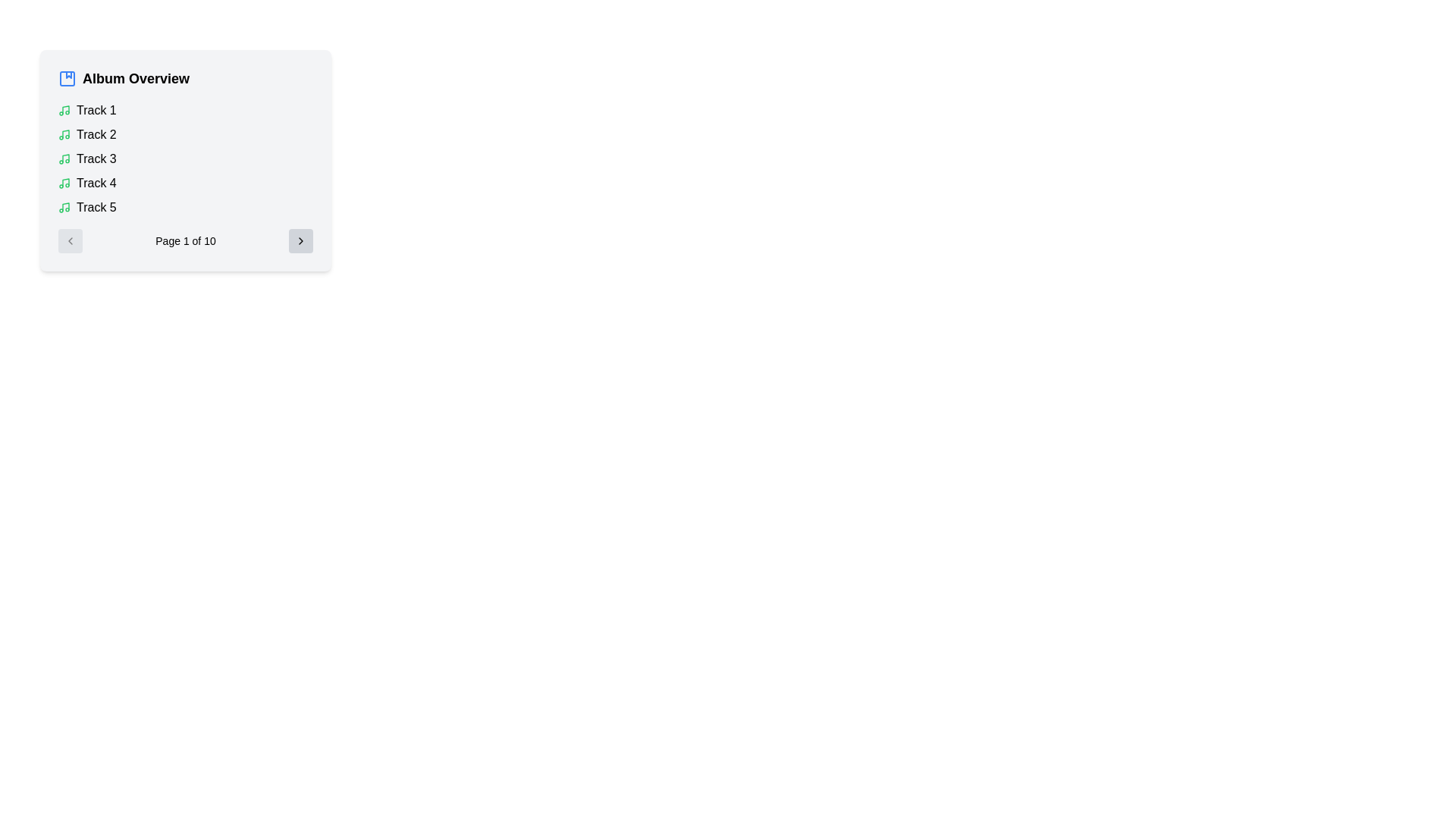  Describe the element at coordinates (67, 79) in the screenshot. I see `the Decorative icon component (SVG shape) that serves as an emblem for the 'Album Overview' section, positioned to the left of the text 'Album Overview'` at that location.